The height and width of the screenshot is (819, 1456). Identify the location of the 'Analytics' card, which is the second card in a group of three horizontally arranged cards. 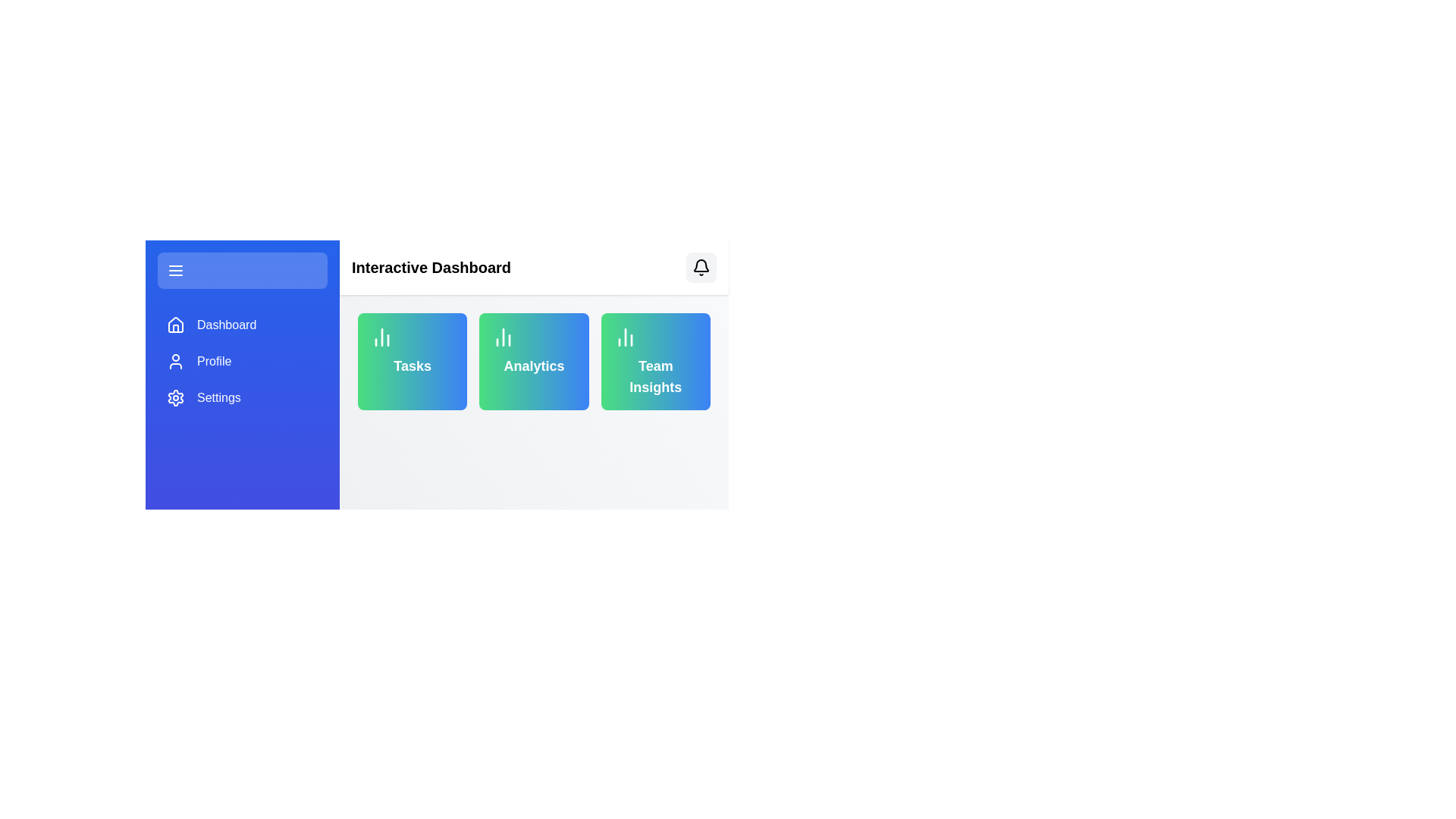
(534, 362).